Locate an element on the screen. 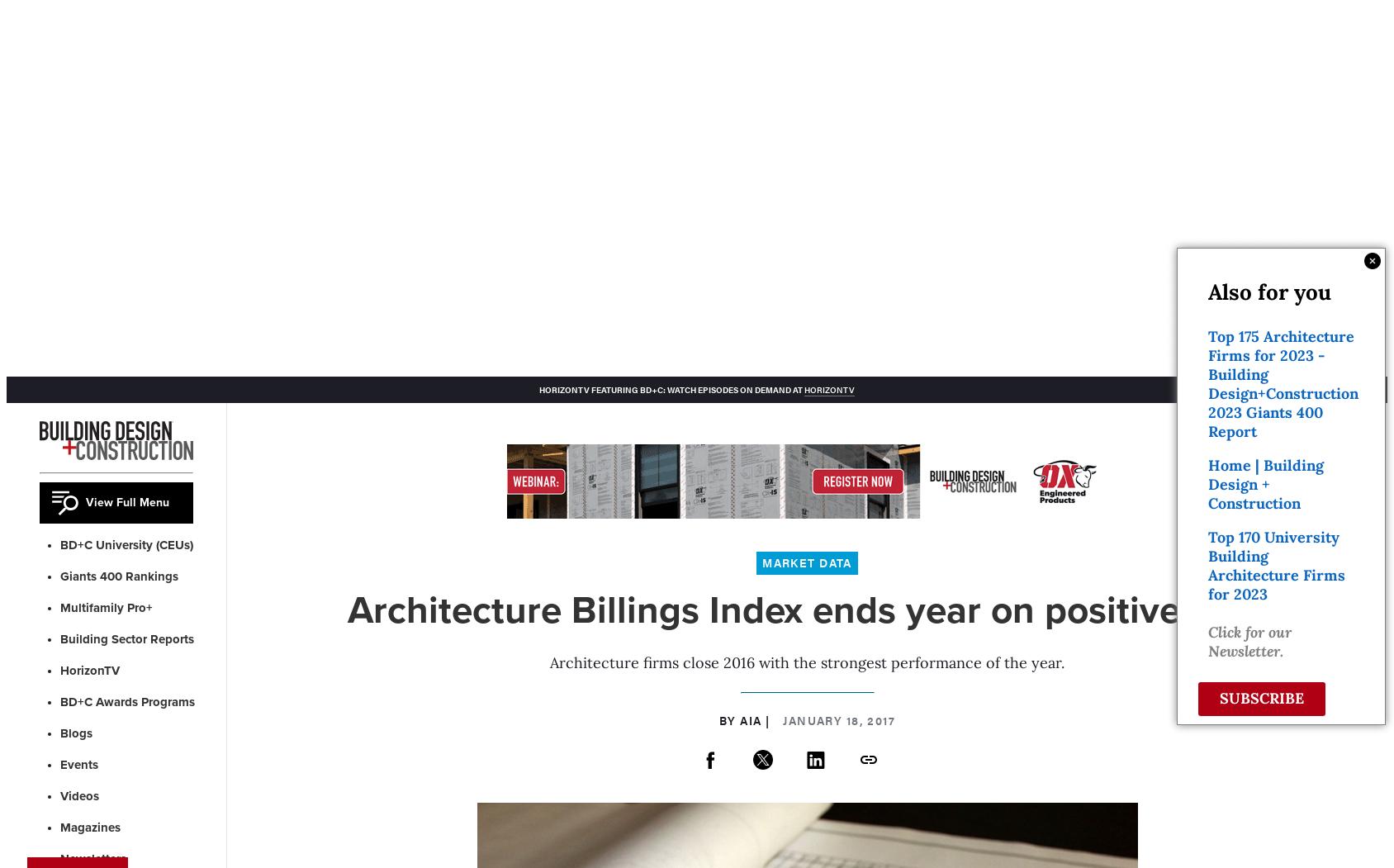 Image resolution: width=1394 pixels, height=868 pixels. 'By AIA
 |' is located at coordinates (743, 719).